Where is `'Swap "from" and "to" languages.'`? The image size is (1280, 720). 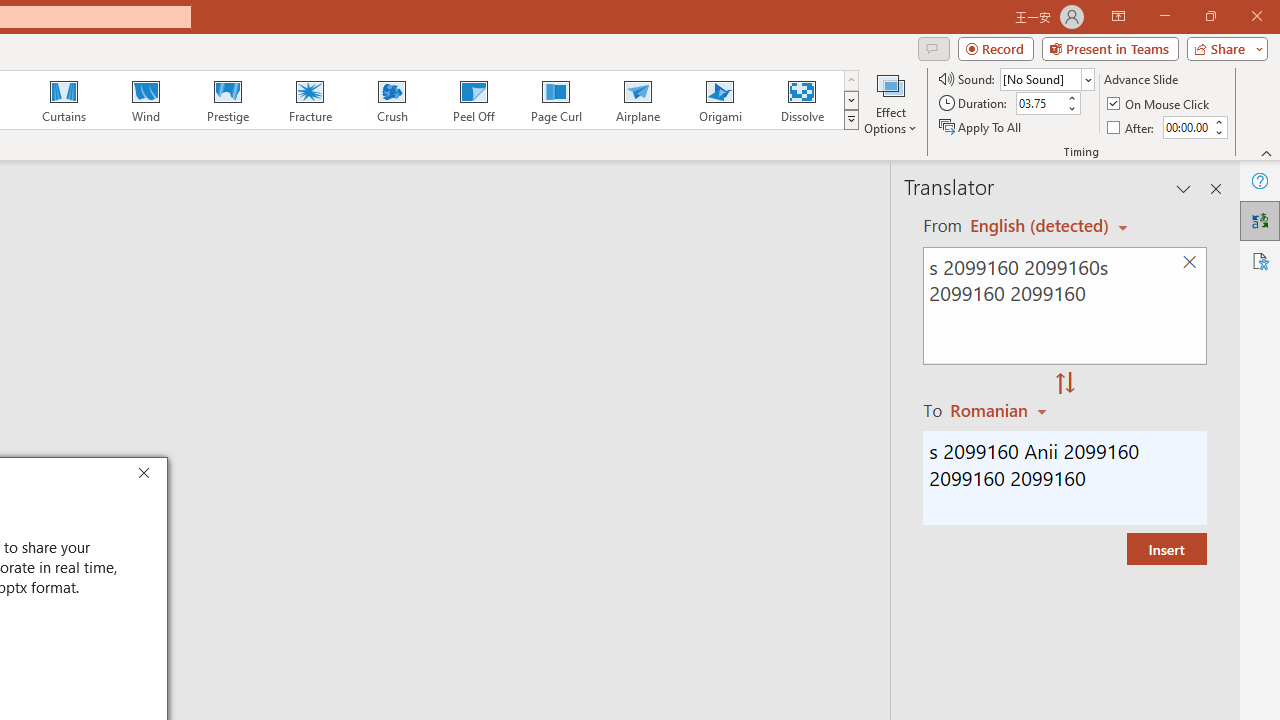 'Swap "from" and "to" languages.' is located at coordinates (1064, 384).